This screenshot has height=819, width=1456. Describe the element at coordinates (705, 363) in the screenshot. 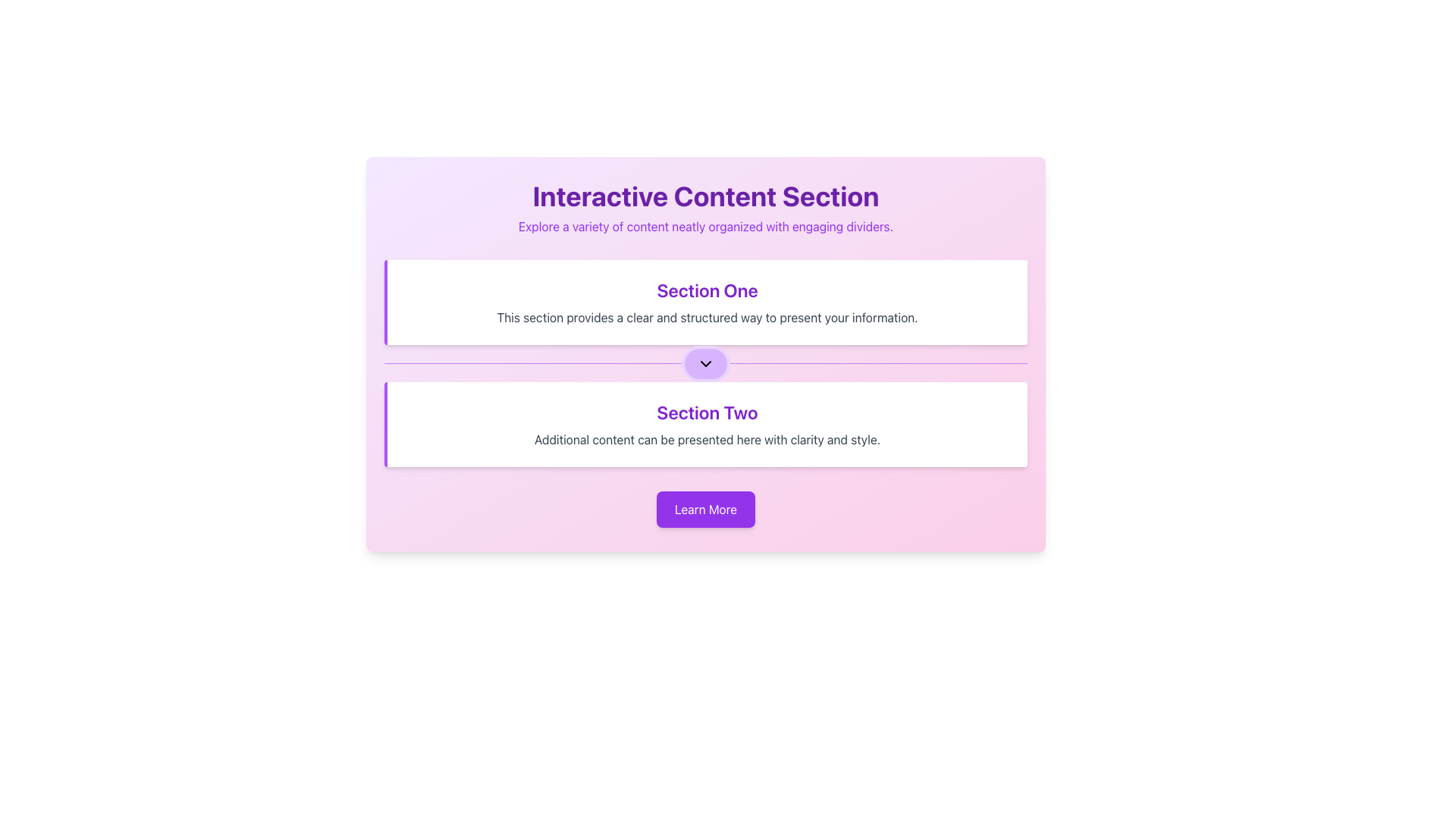

I see `the interactive icon element located between 'Section One' and 'Section Two'` at that location.